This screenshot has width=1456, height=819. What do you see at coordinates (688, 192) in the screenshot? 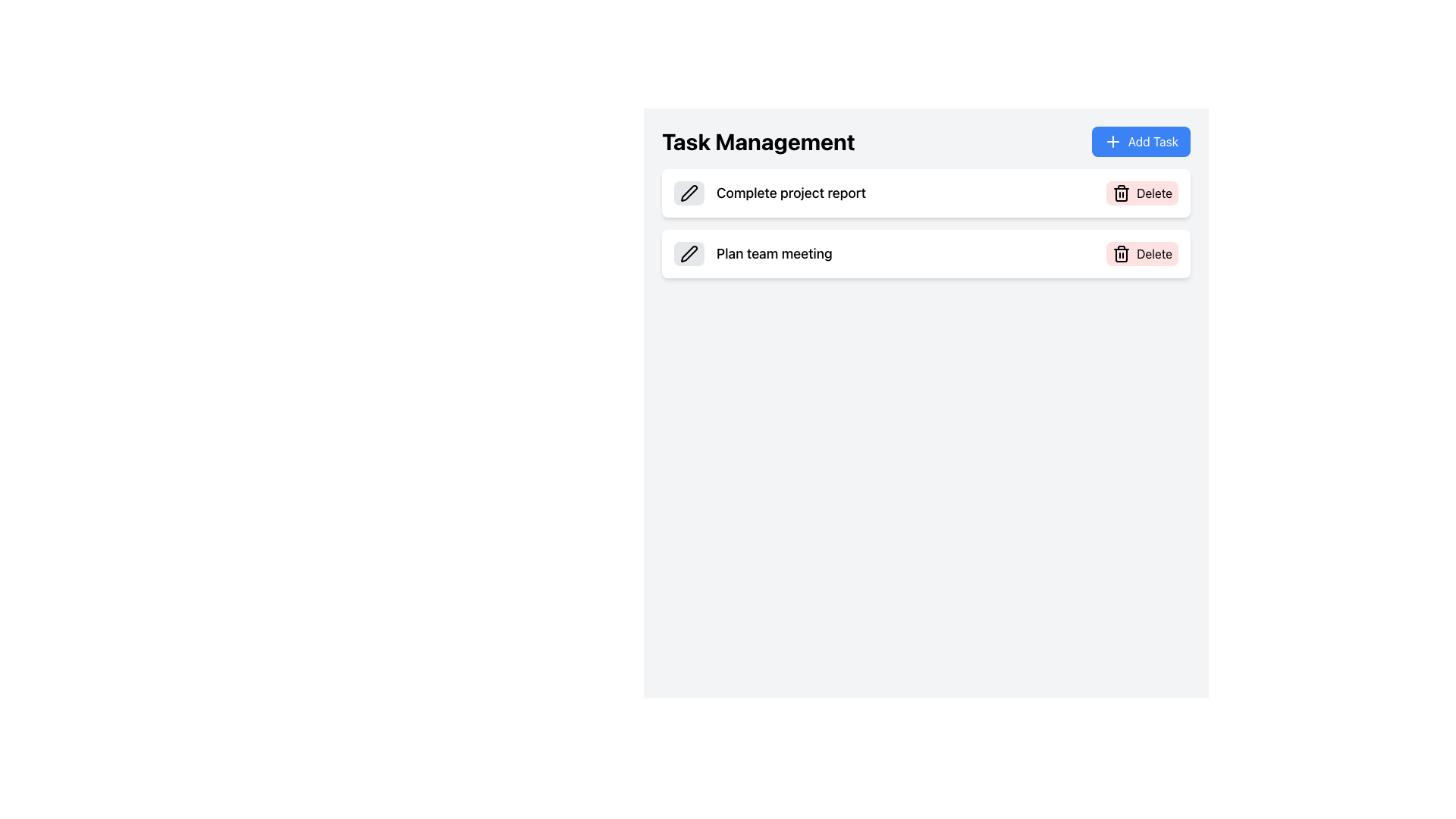
I see `the edit button with an icon associated with the first task entry labeled 'Complete project report' in the 'Task Management' section to highlight it for keyboard interaction` at bounding box center [688, 192].